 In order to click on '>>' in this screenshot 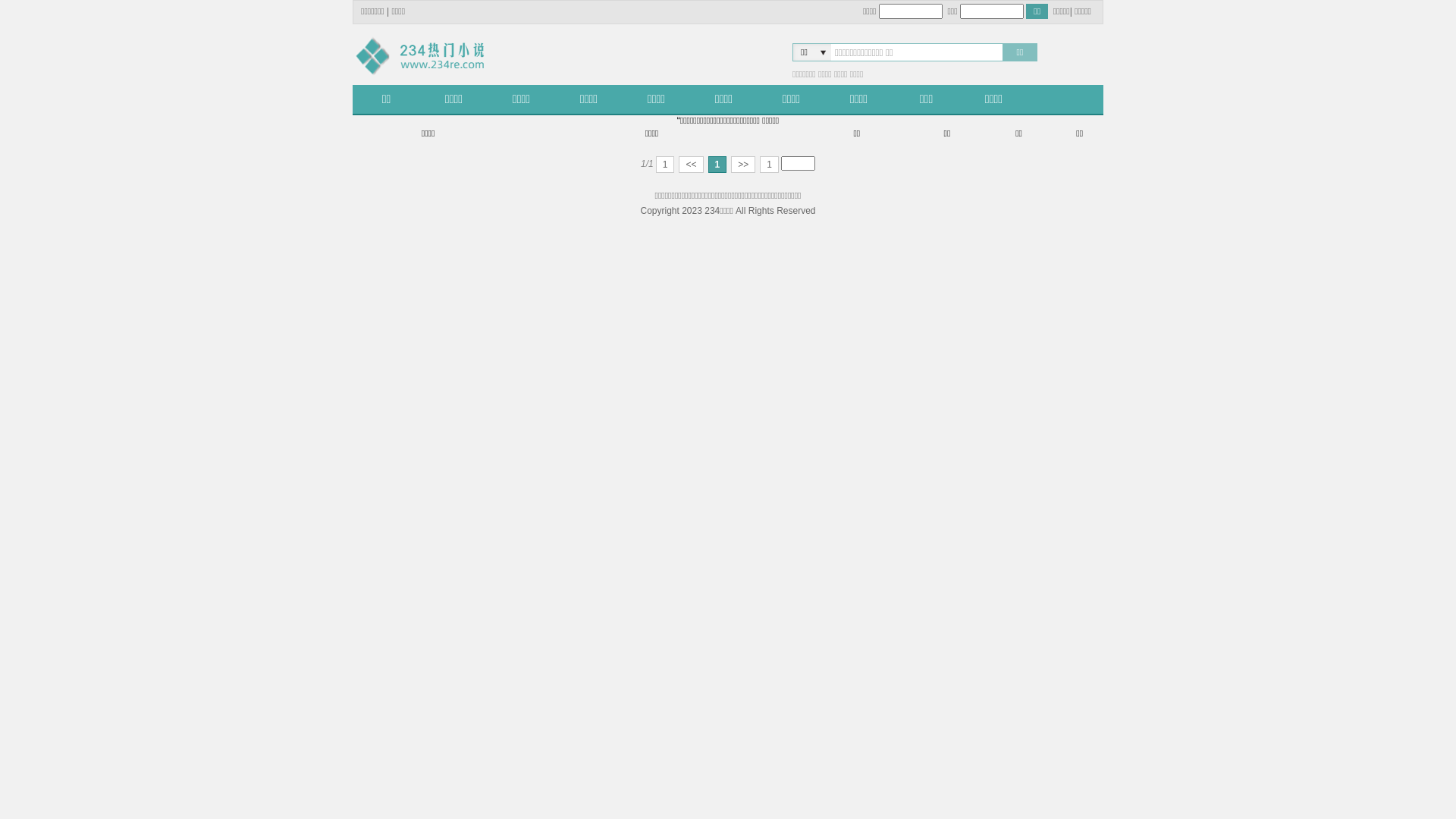, I will do `click(742, 164)`.